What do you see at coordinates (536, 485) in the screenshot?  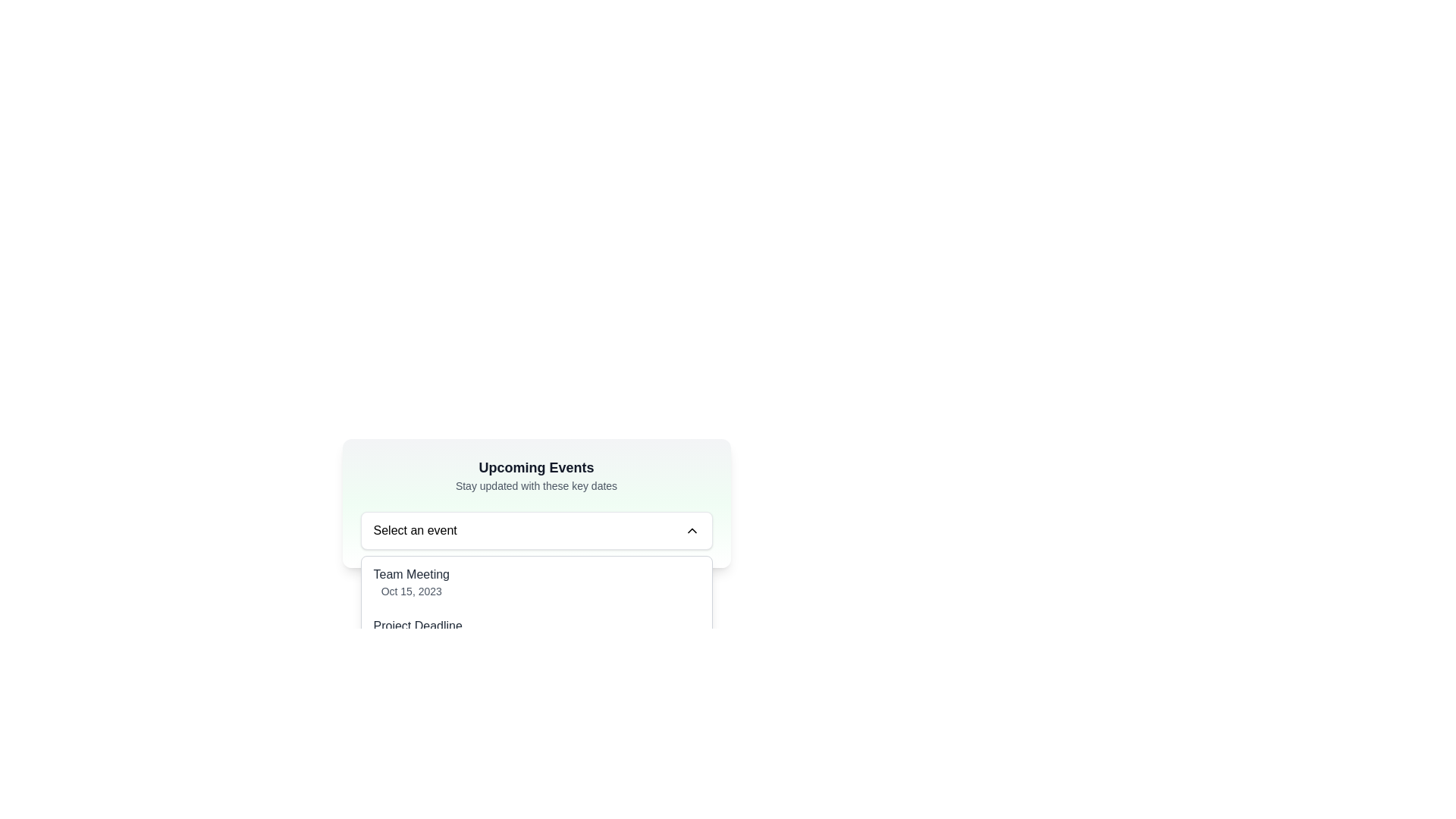 I see `the static text label that reads 'Stay updated with these key dates', which is situated below the title 'Upcoming Events' and above the dropdown menu labeled 'Select an event'` at bounding box center [536, 485].